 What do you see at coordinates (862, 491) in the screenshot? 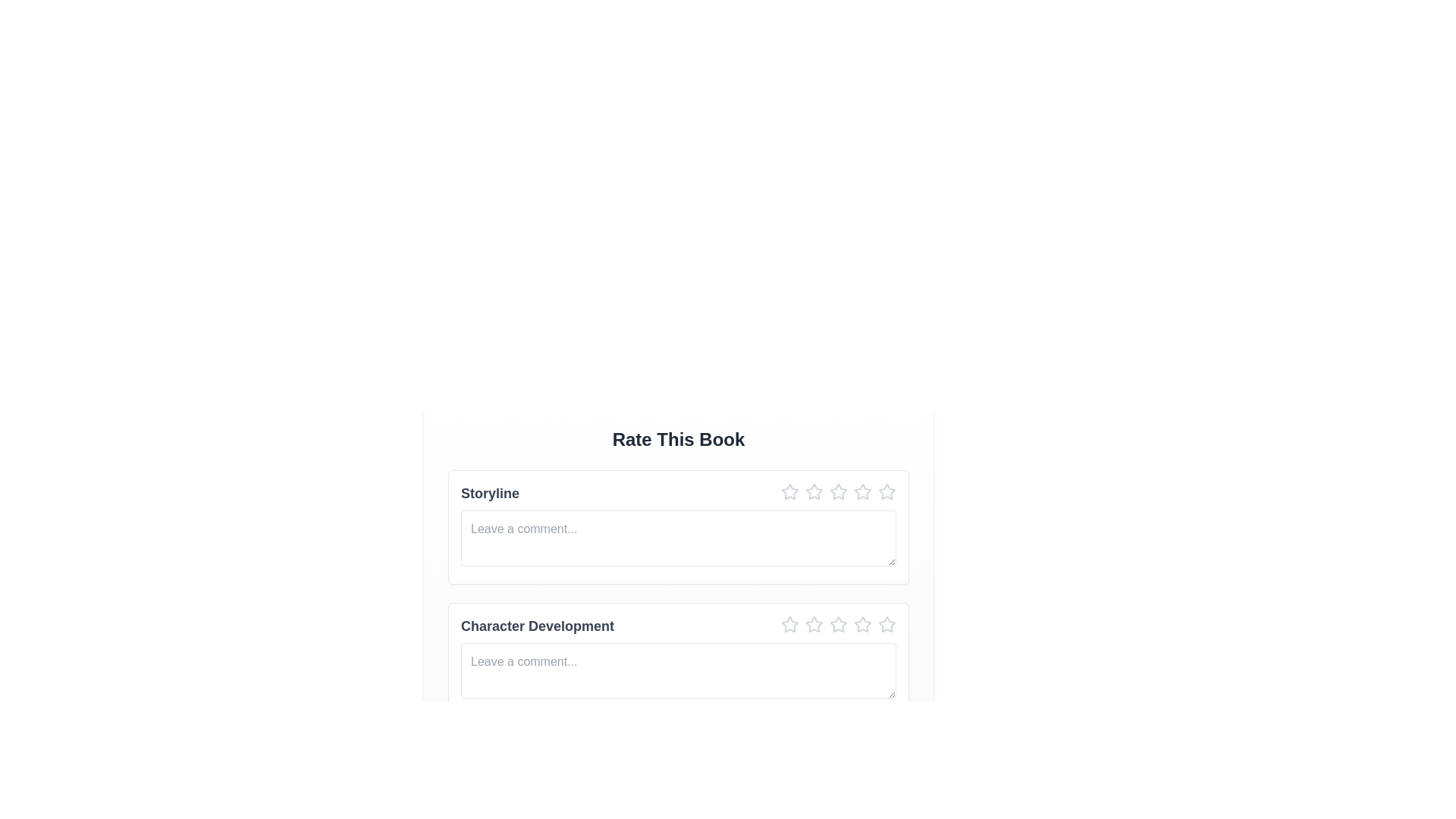
I see `the sixth outlined star-shaped icon, which is gray in color, in the horizontal rating bar` at bounding box center [862, 491].